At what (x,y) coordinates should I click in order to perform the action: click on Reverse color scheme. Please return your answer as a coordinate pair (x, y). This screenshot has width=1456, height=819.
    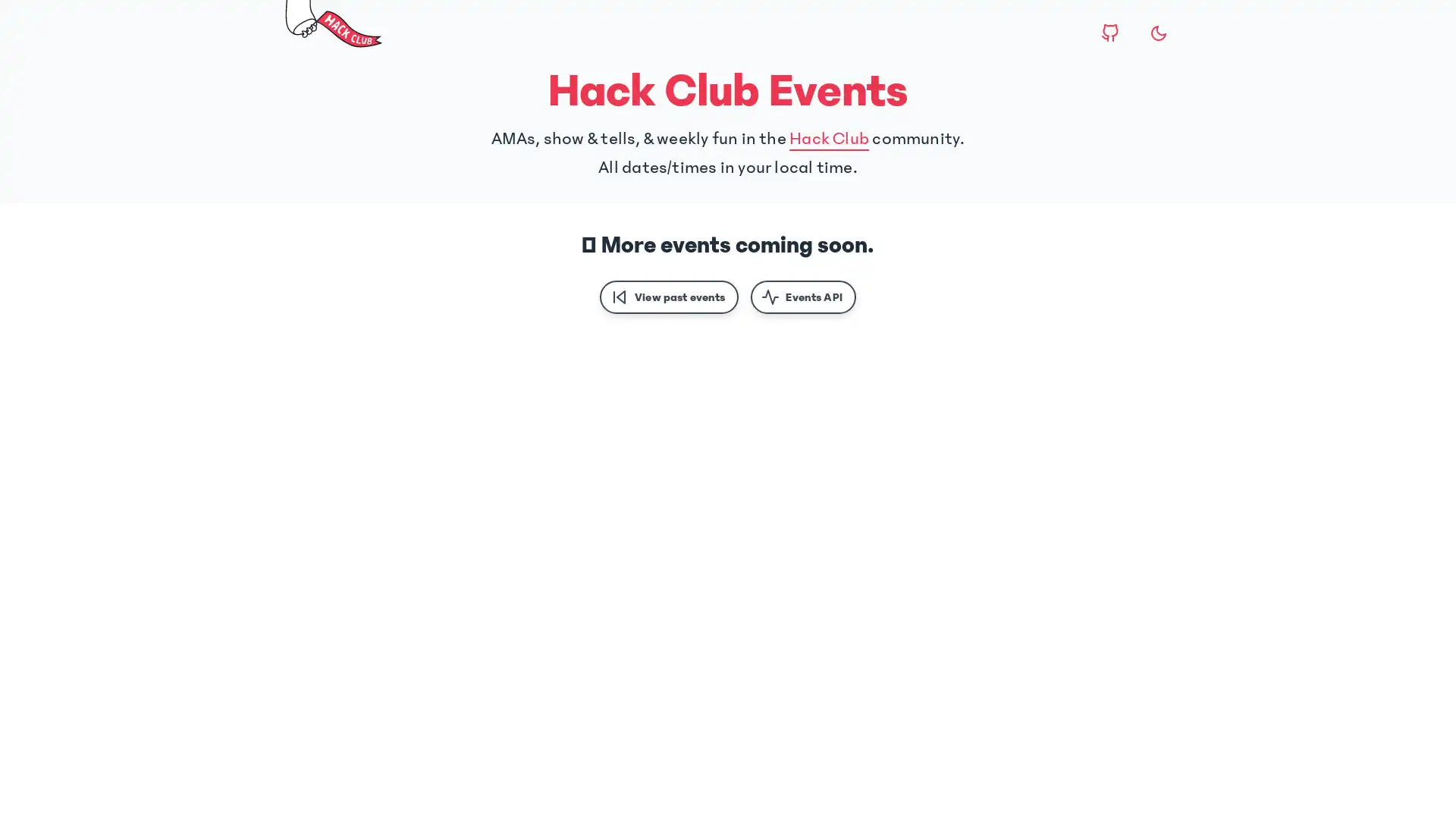
    Looking at the image, I should click on (1157, 33).